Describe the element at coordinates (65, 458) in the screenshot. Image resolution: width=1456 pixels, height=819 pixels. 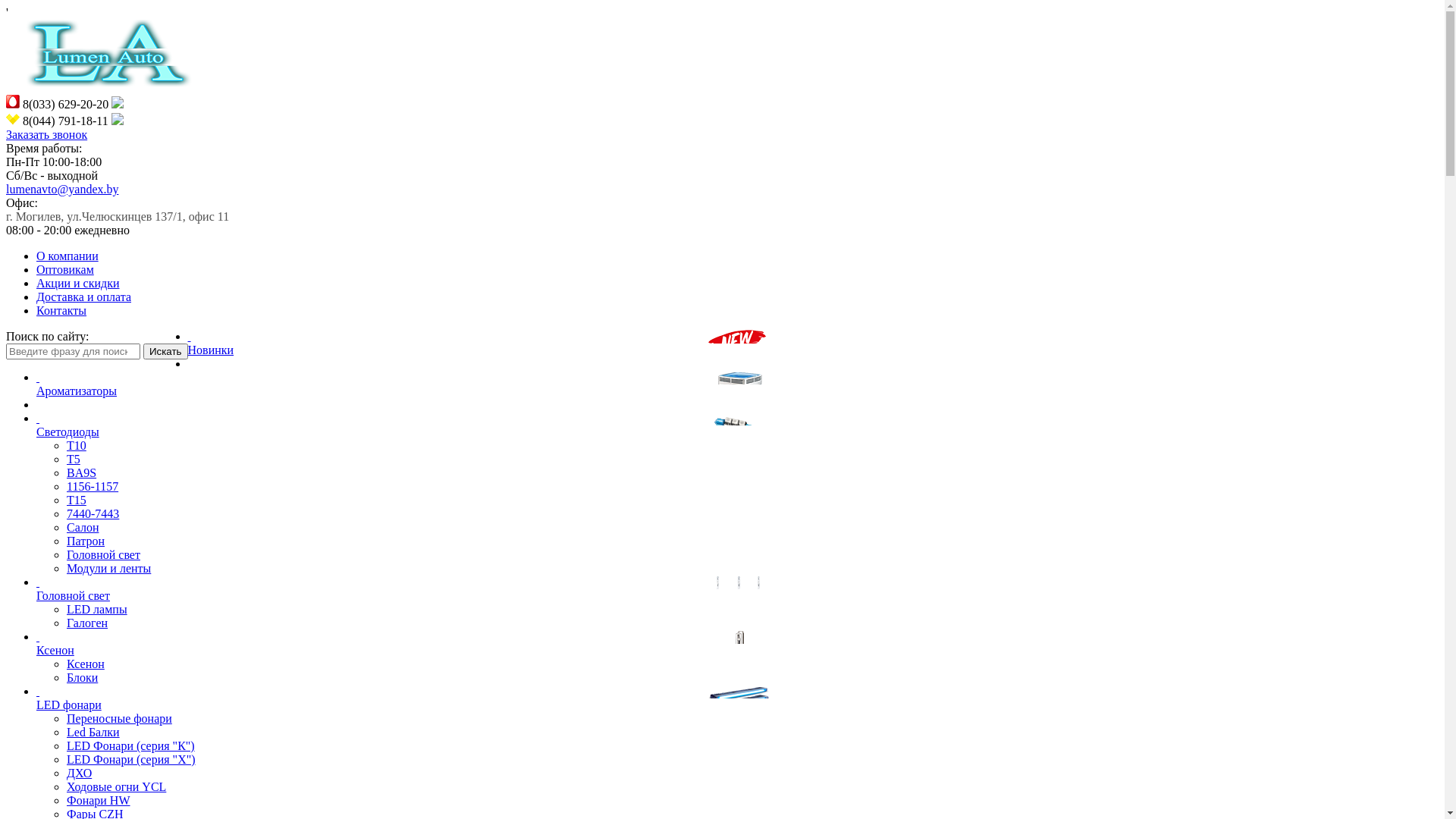
I see `'T5'` at that location.